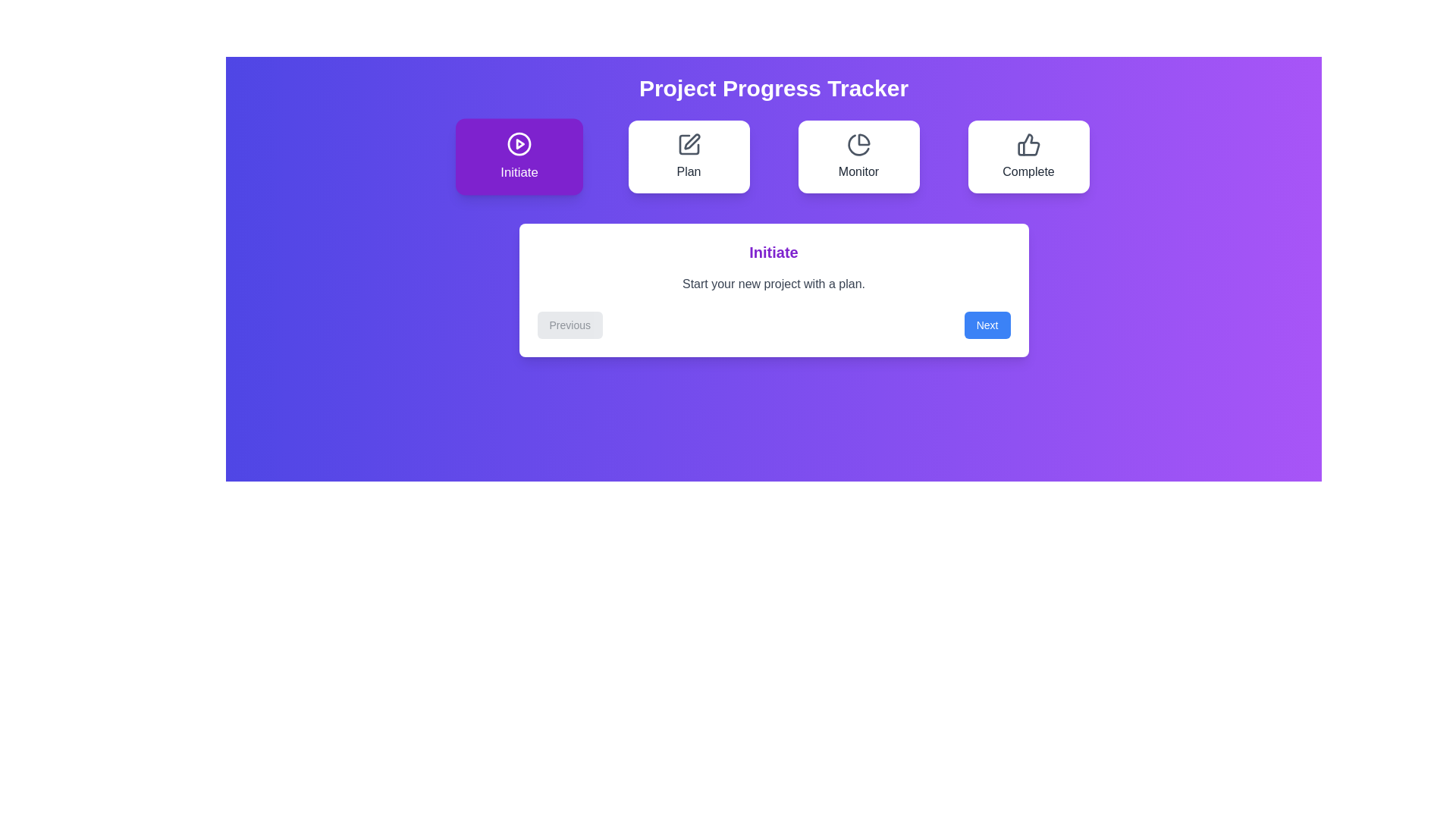  I want to click on the step Initiate in the progress tracker, so click(519, 157).